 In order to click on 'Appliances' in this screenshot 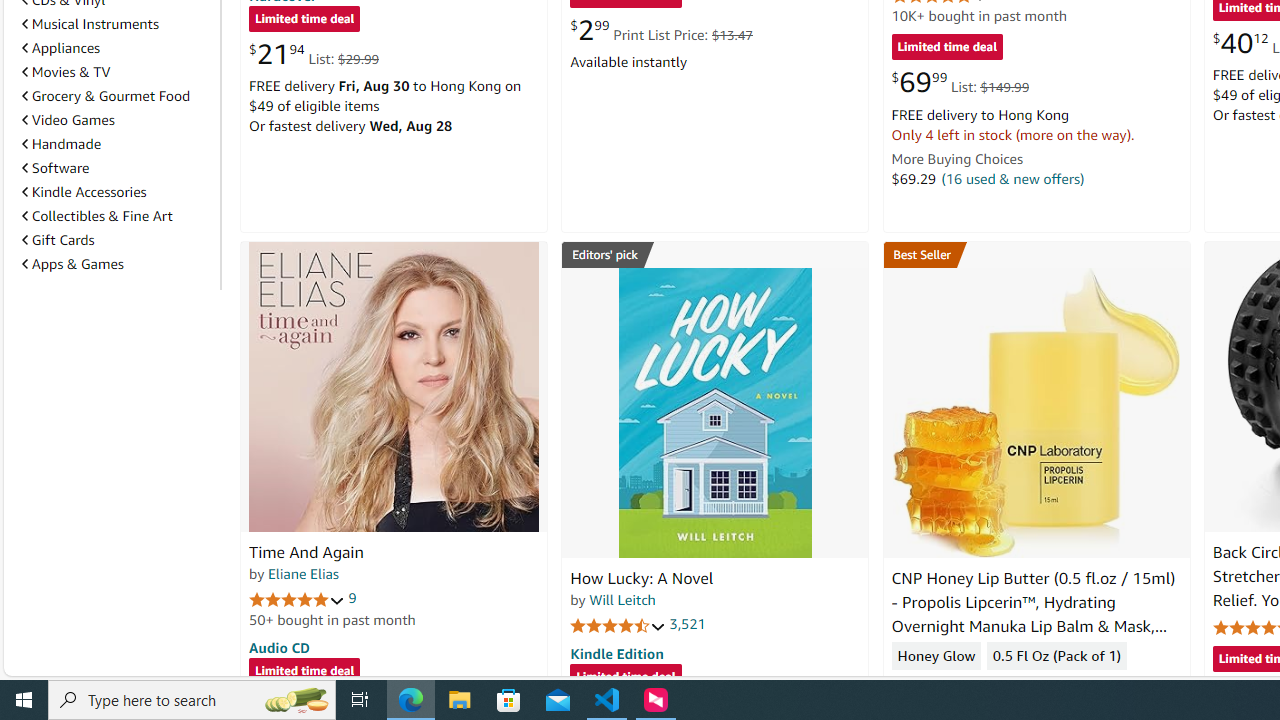, I will do `click(116, 47)`.